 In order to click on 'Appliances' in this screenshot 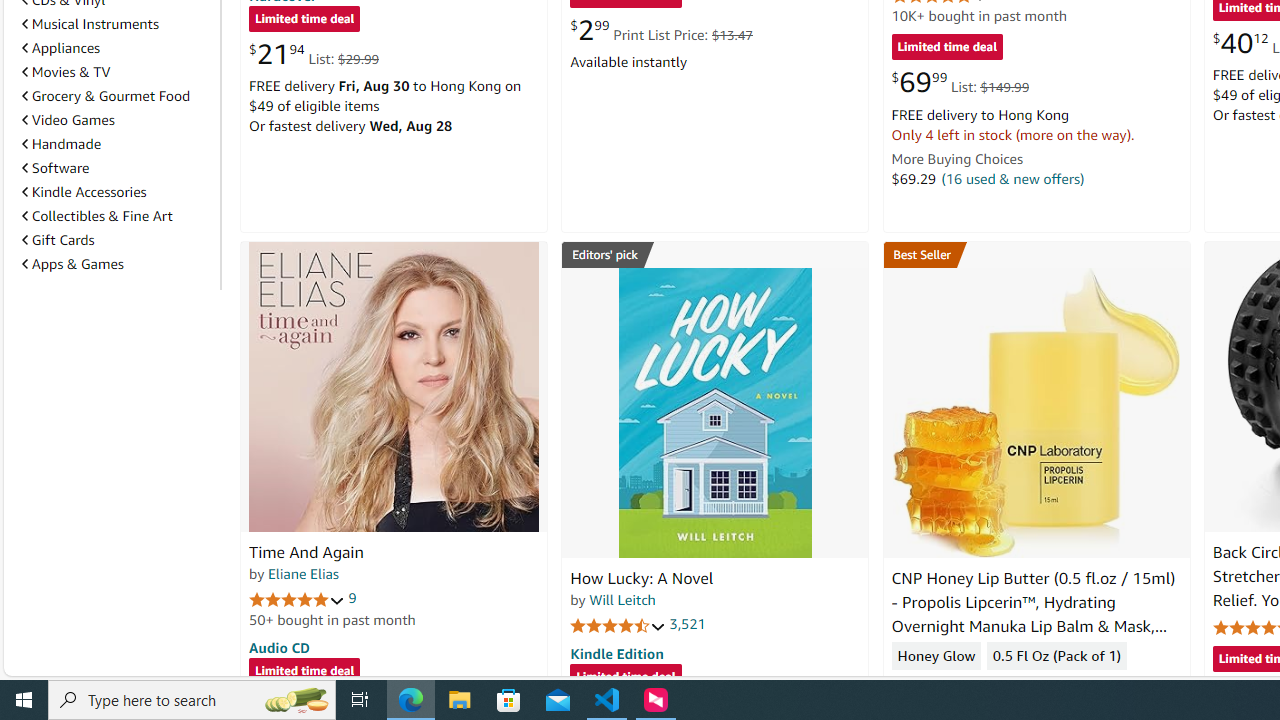, I will do `click(116, 47)`.